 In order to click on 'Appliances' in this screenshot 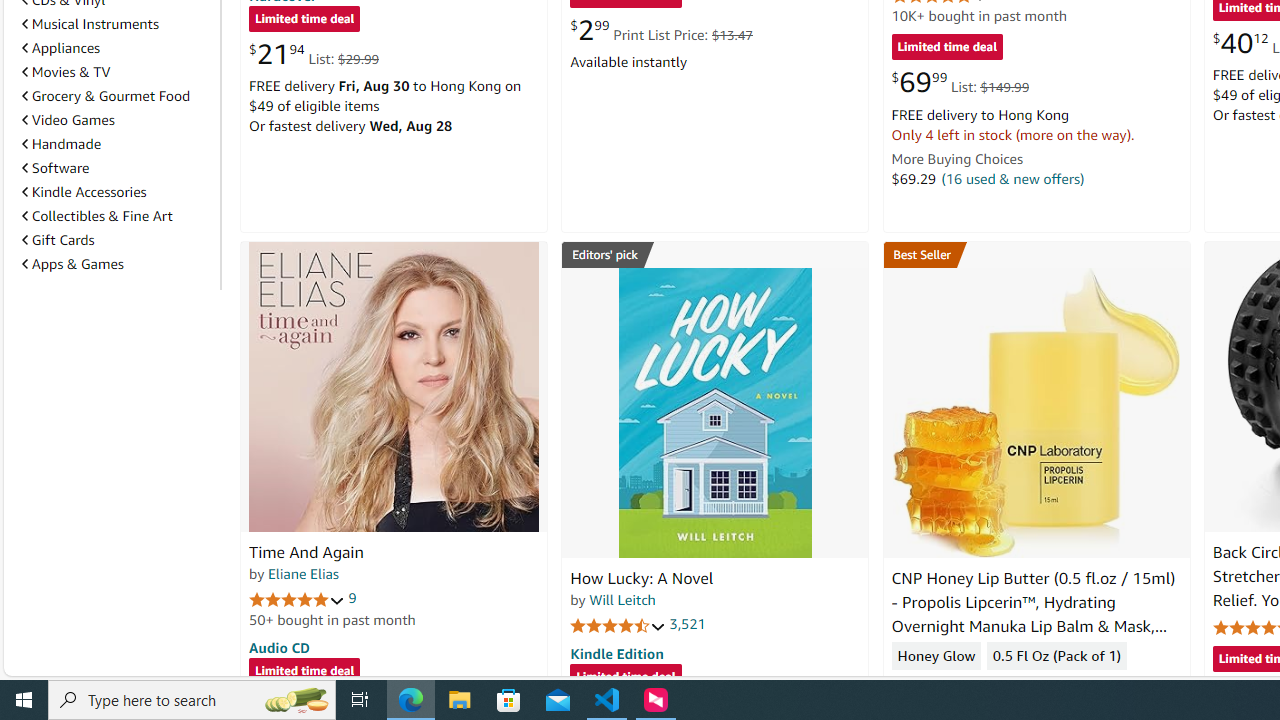, I will do `click(116, 47)`.